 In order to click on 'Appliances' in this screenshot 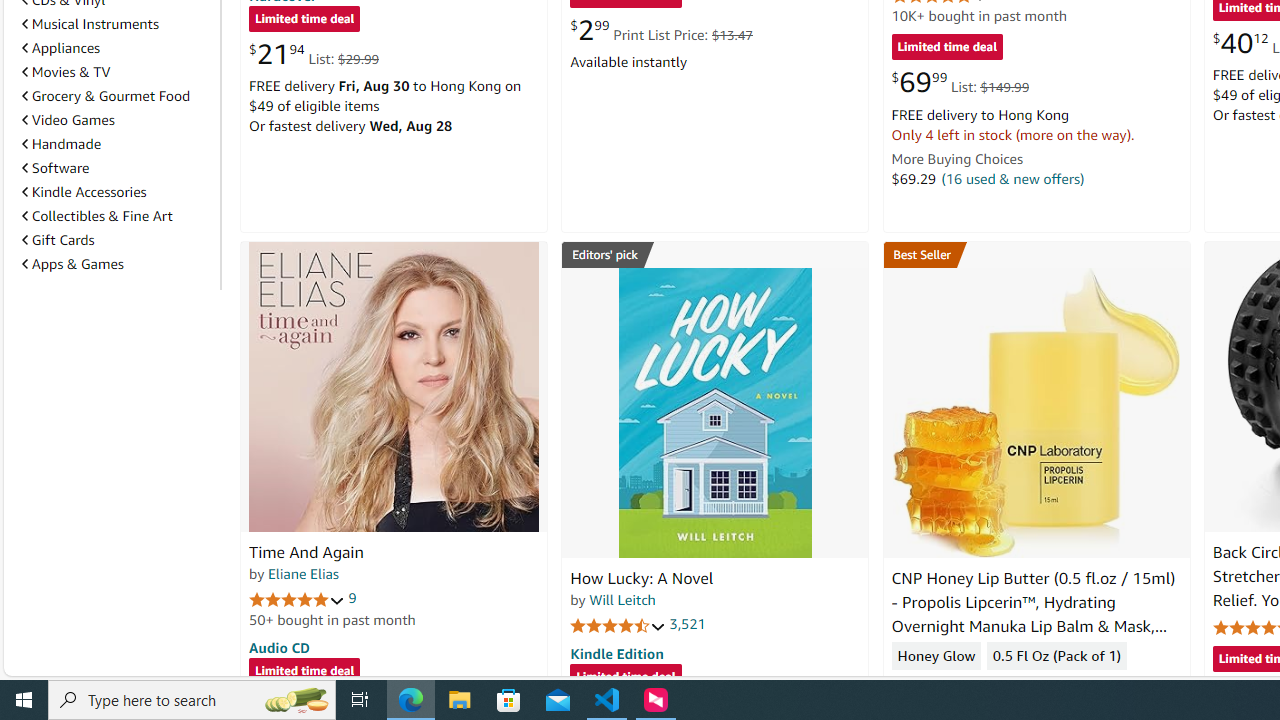, I will do `click(116, 47)`.